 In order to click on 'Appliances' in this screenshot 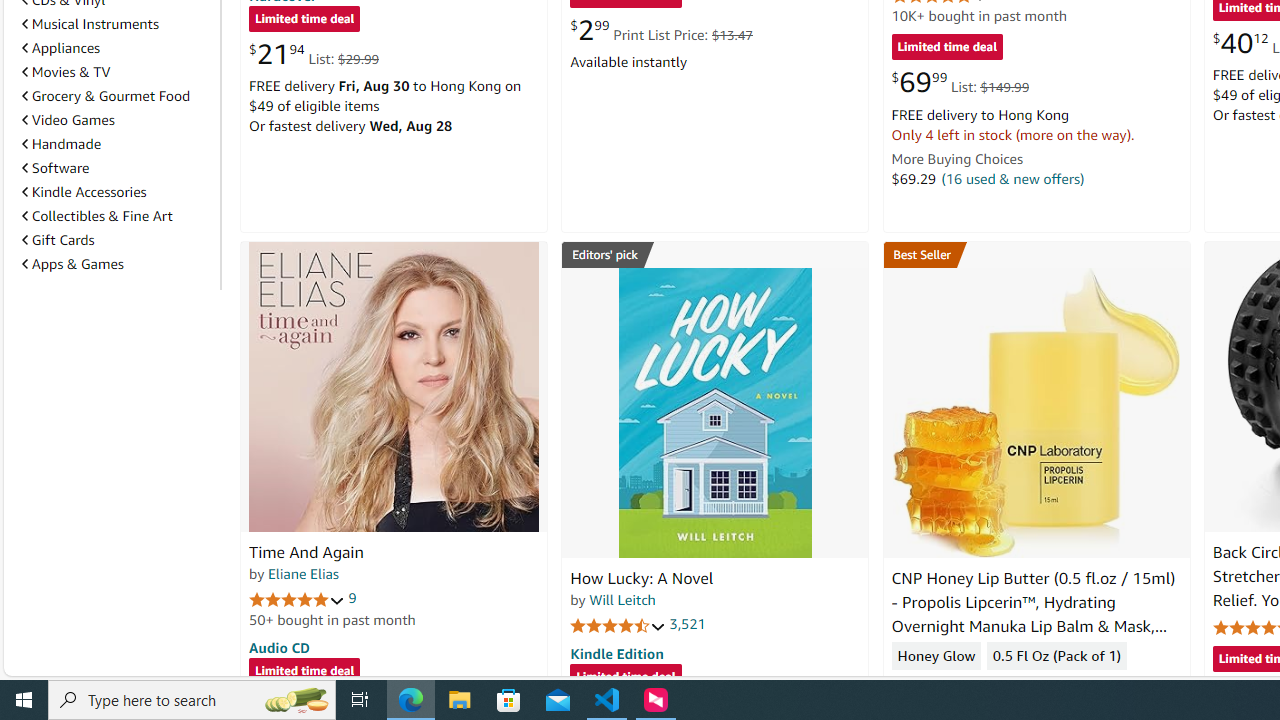, I will do `click(116, 47)`.